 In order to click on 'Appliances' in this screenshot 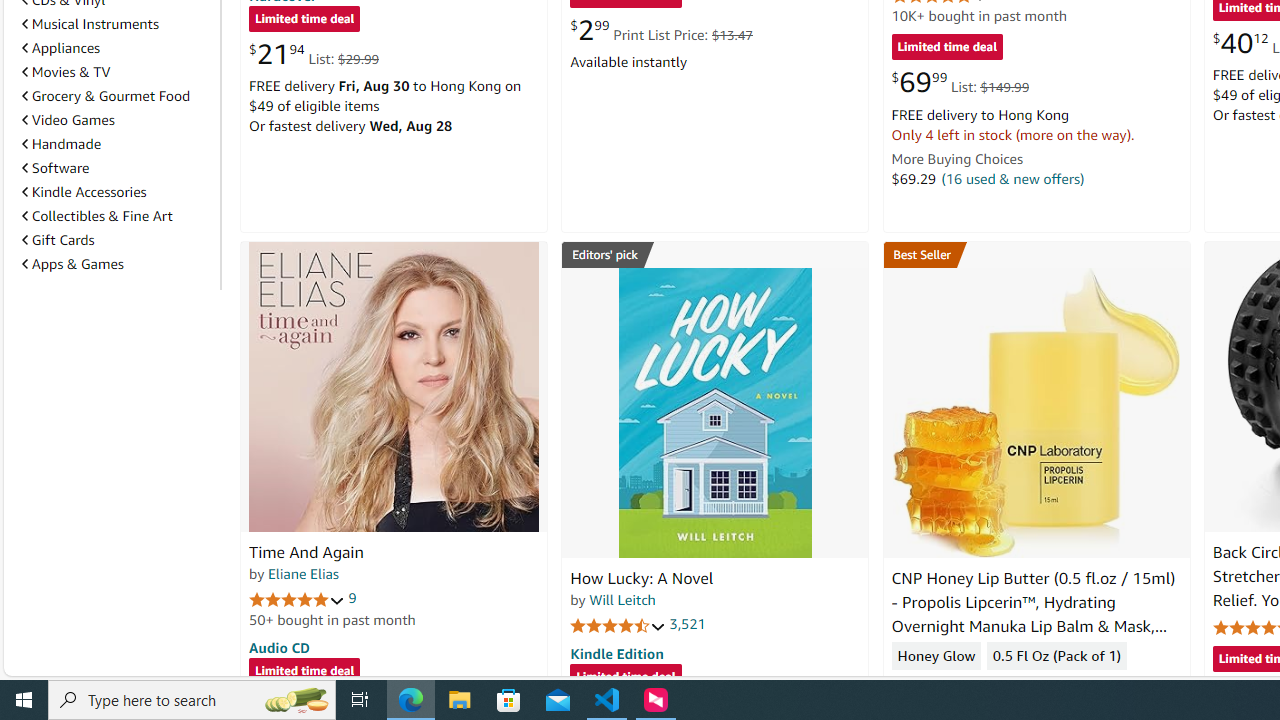, I will do `click(116, 47)`.